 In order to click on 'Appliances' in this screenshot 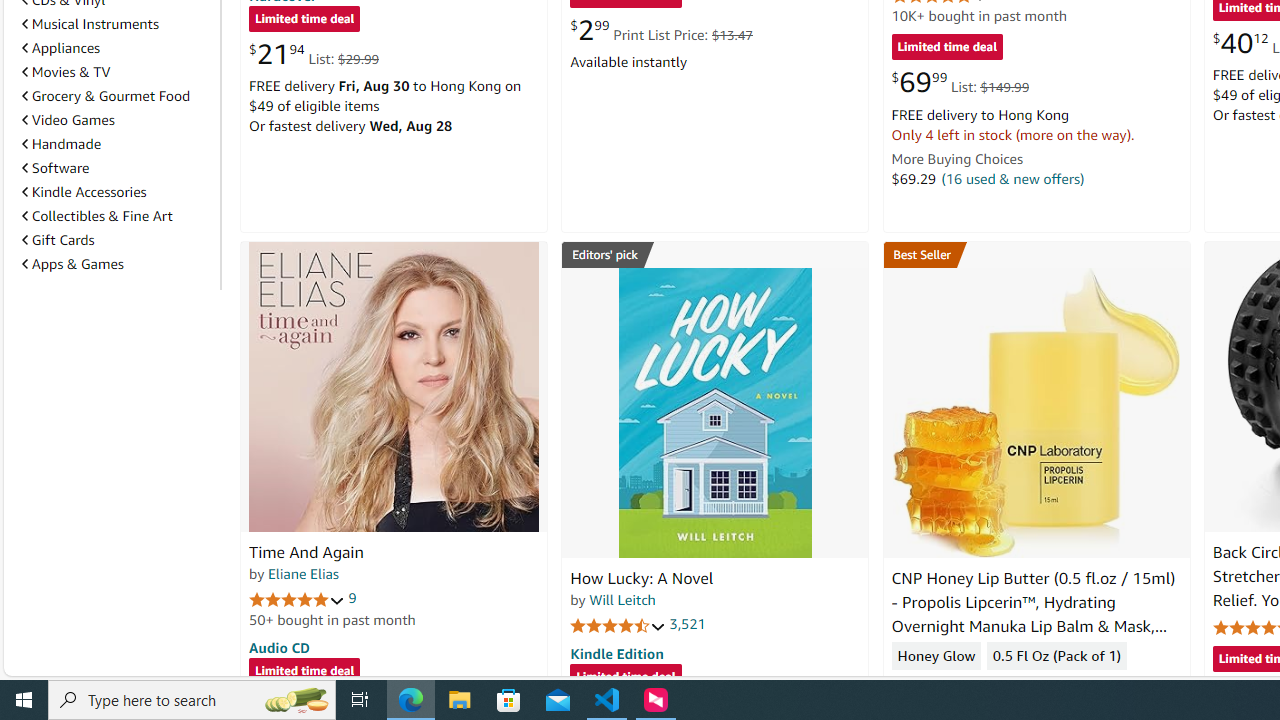, I will do `click(116, 47)`.